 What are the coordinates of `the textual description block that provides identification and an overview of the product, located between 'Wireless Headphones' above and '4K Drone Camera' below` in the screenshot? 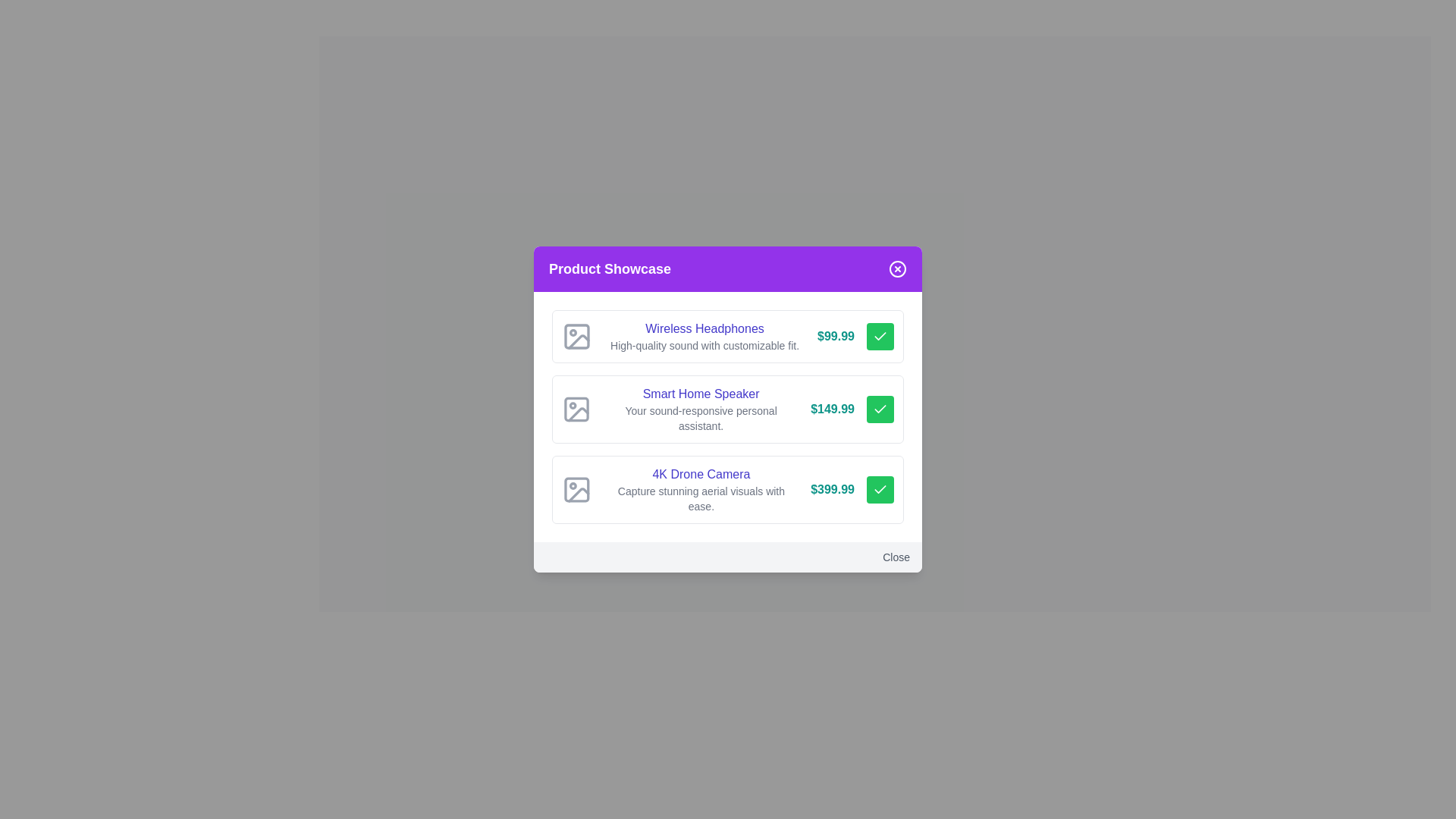 It's located at (700, 409).